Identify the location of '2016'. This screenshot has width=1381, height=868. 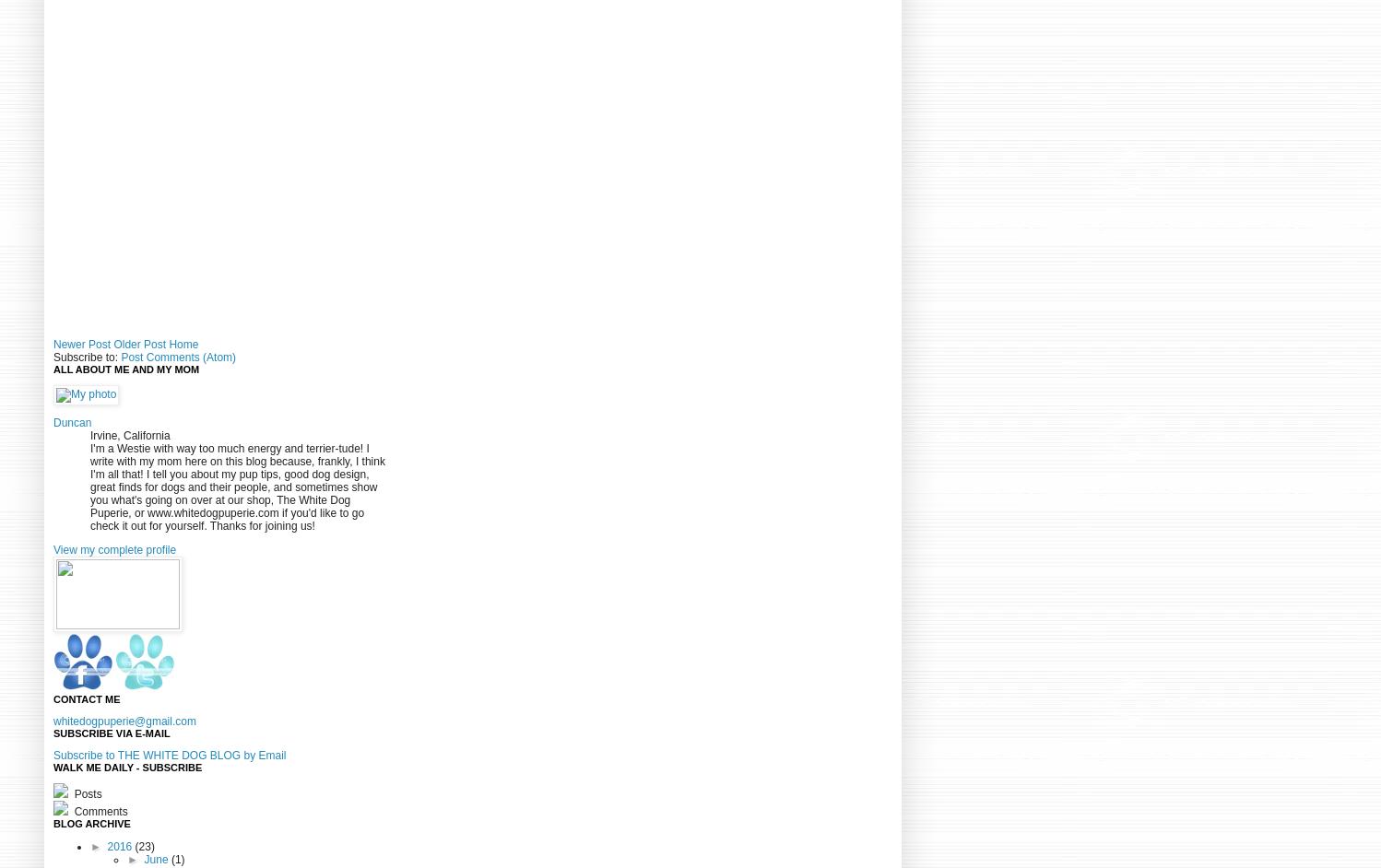
(106, 846).